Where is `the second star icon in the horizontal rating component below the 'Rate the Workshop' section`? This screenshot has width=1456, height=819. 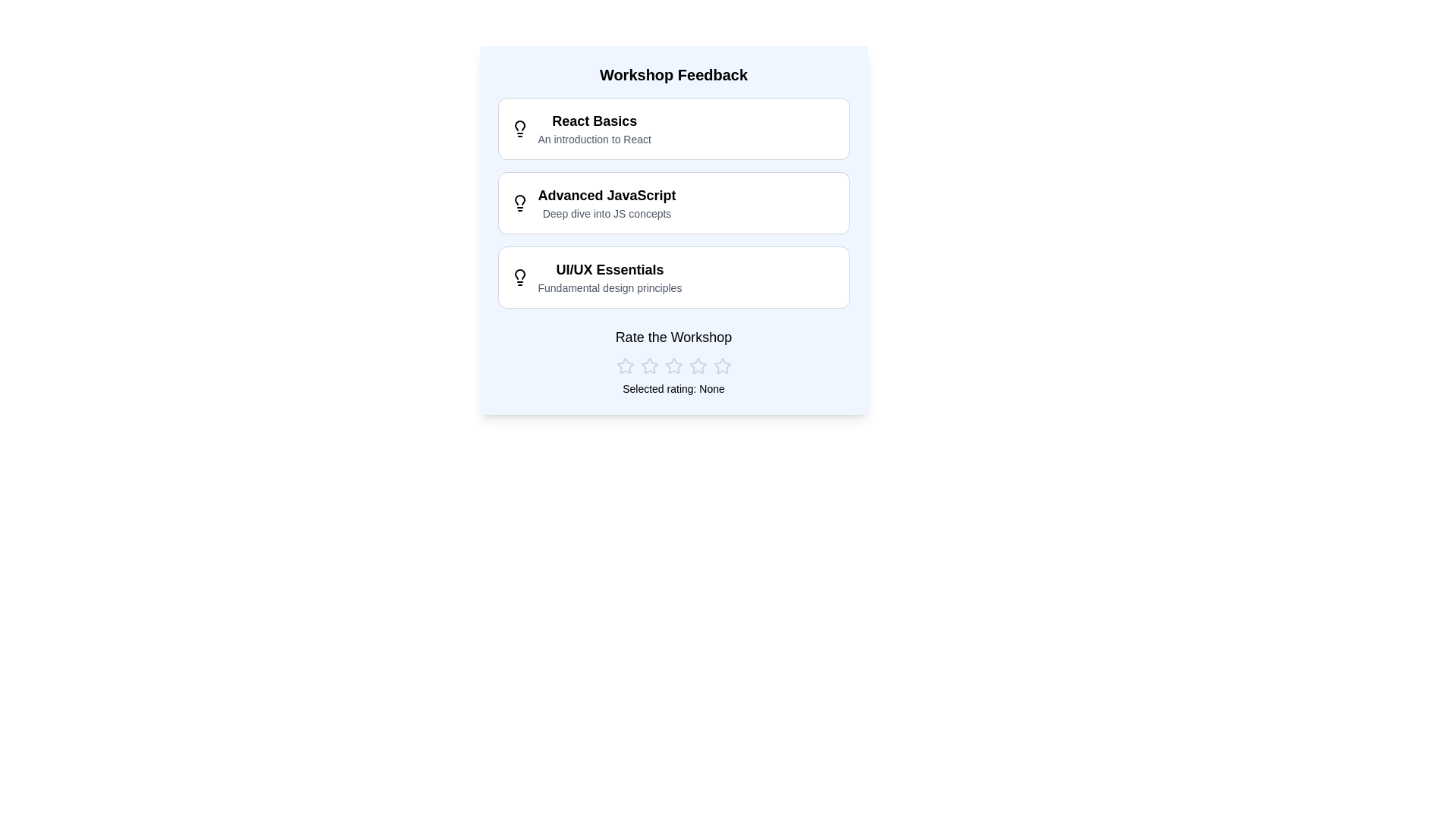 the second star icon in the horizontal rating component below the 'Rate the Workshop' section is located at coordinates (649, 366).